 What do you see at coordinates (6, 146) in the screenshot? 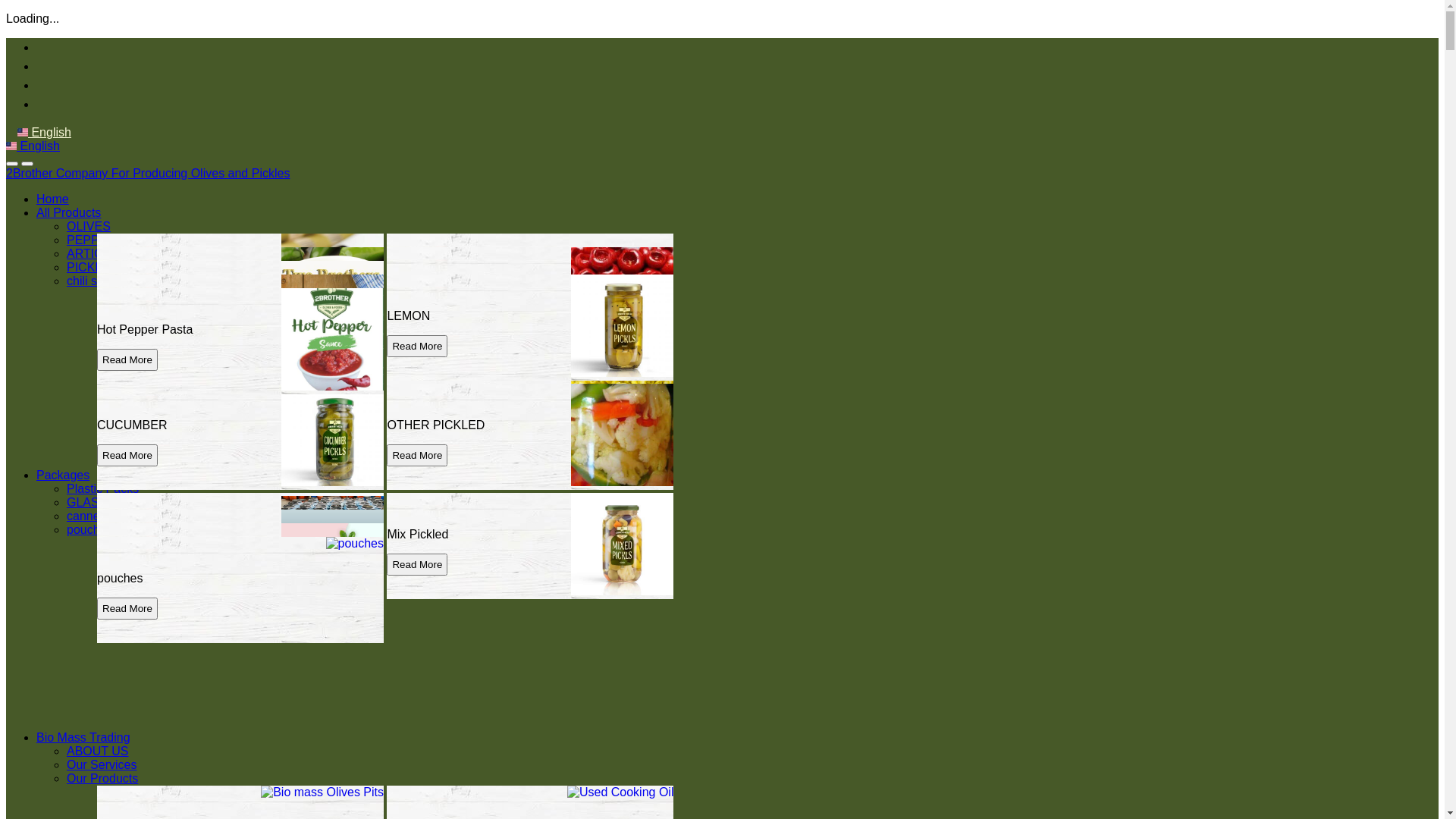
I see `'English'` at bounding box center [6, 146].